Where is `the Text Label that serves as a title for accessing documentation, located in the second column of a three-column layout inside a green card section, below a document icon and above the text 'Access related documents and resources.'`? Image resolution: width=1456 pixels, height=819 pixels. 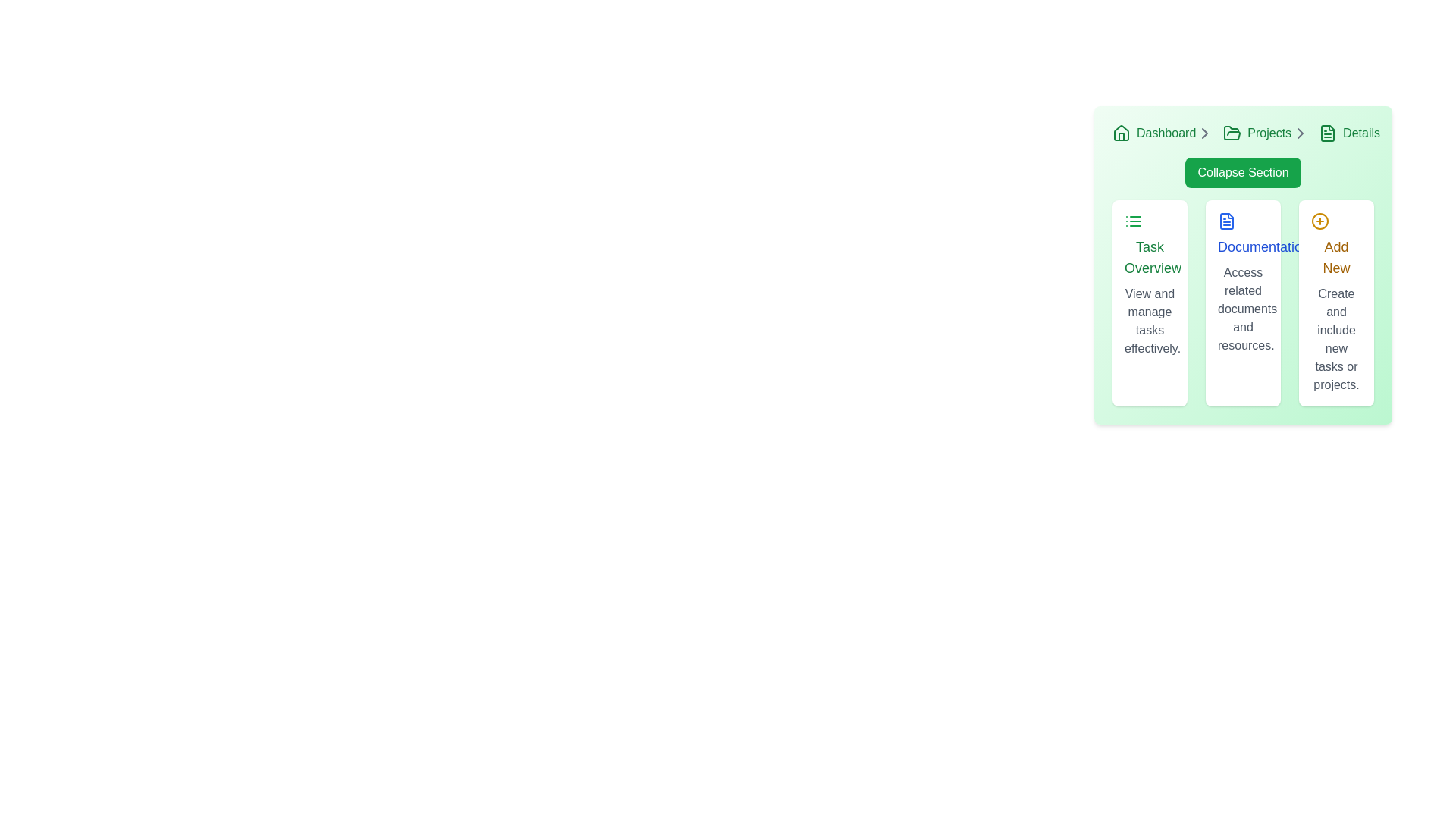 the Text Label that serves as a title for accessing documentation, located in the second column of a three-column layout inside a green card section, below a document icon and above the text 'Access related documents and resources.' is located at coordinates (1243, 246).